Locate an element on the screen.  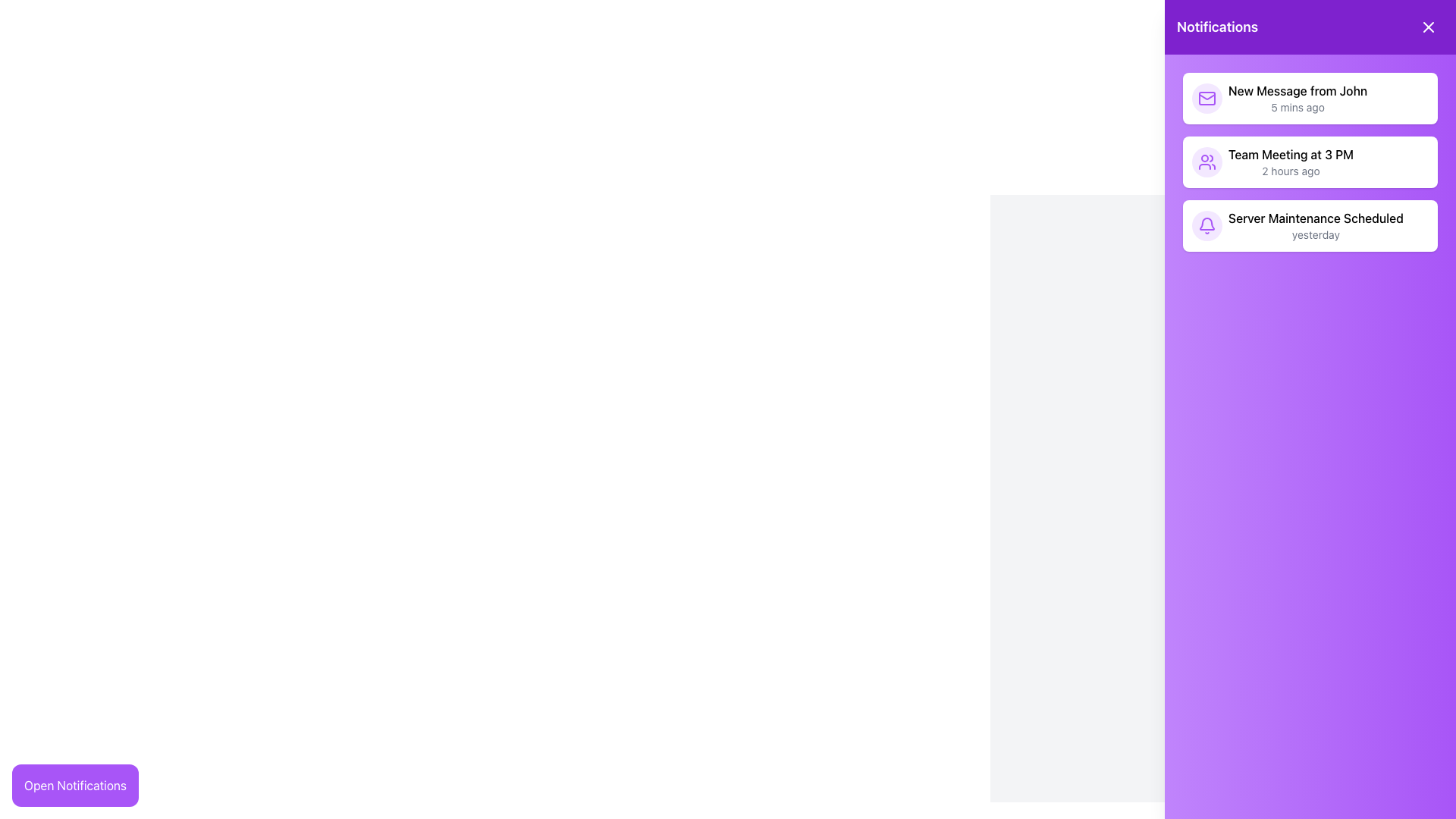
the team event notification icon located to the left of the text 'Team Meeting at 3 PM' in the Notifications sidebar is located at coordinates (1207, 162).